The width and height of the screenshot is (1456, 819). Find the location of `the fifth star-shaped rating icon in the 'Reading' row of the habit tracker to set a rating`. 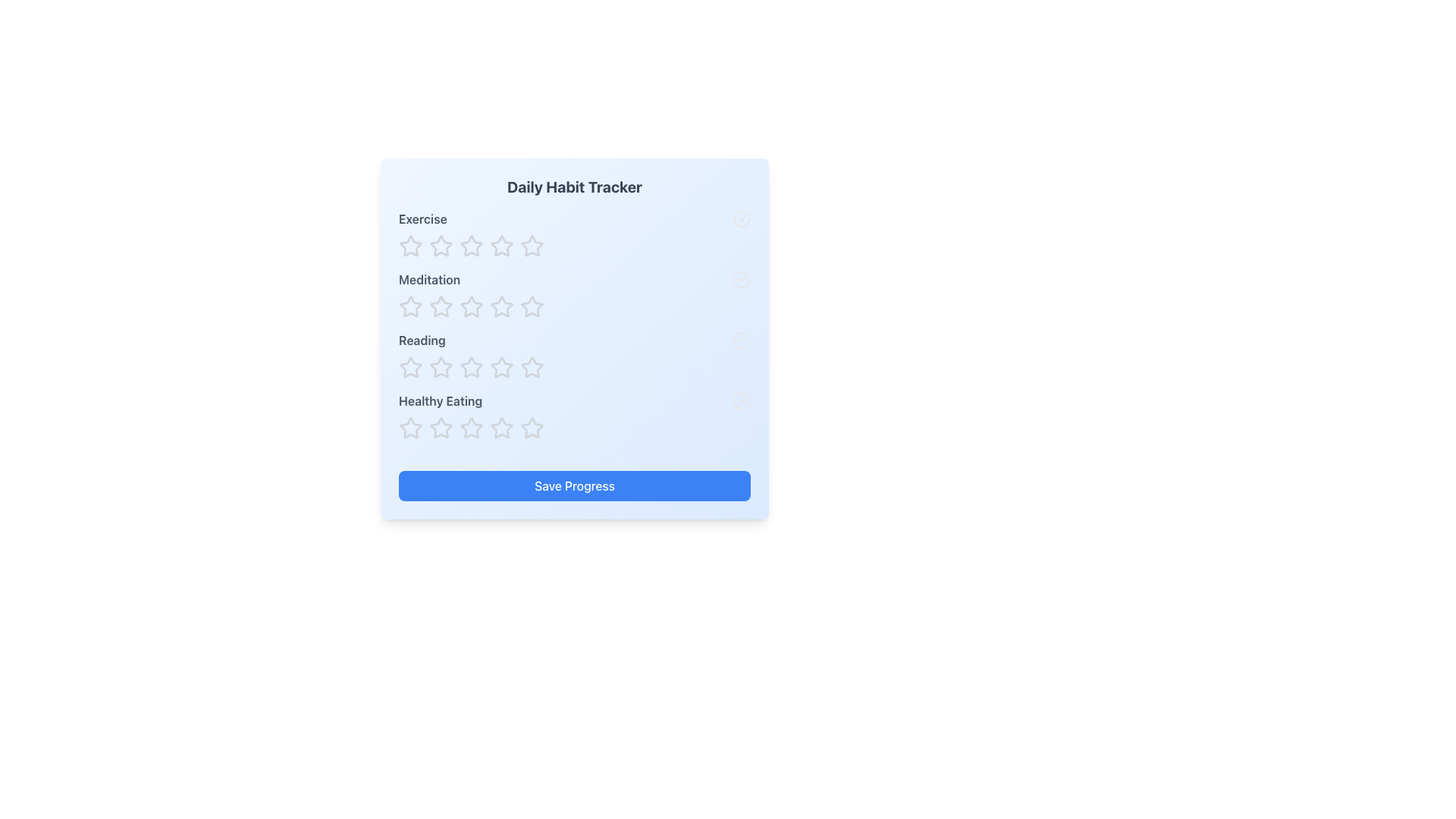

the fifth star-shaped rating icon in the 'Reading' row of the habit tracker to set a rating is located at coordinates (532, 368).